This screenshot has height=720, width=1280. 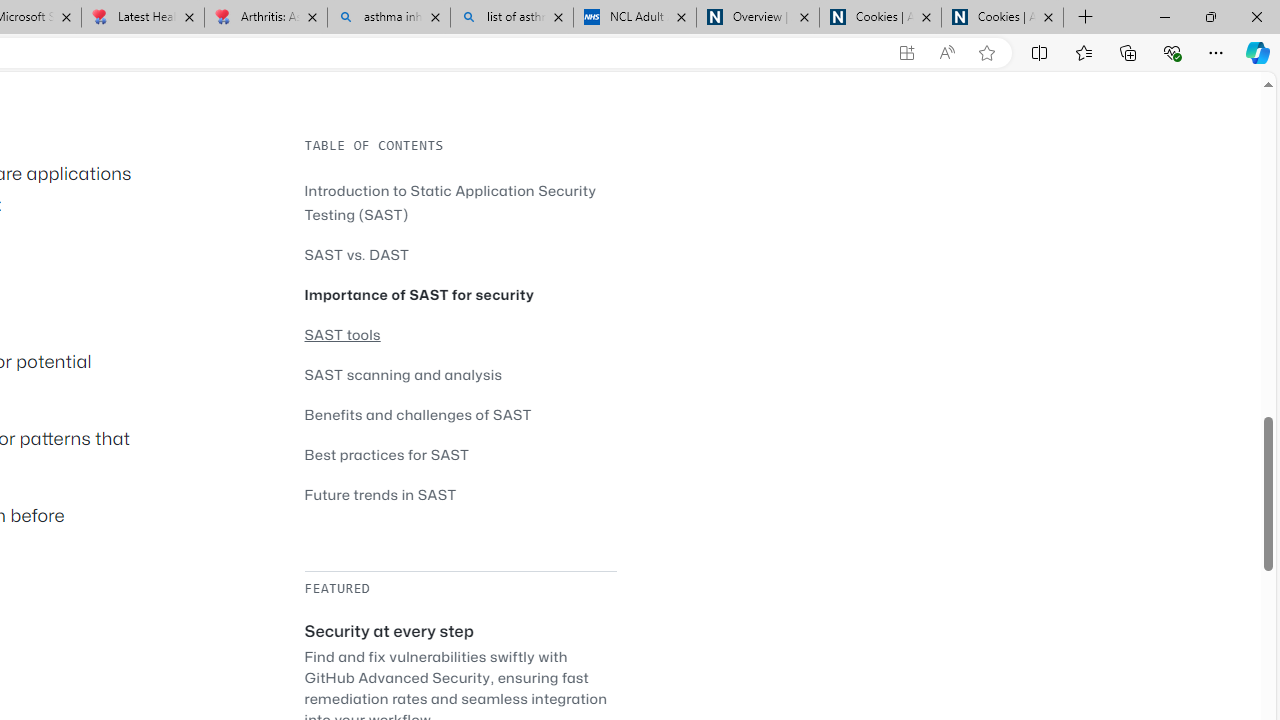 I want to click on 'Introduction to Static Application Security Testing (SAST)', so click(x=459, y=202).